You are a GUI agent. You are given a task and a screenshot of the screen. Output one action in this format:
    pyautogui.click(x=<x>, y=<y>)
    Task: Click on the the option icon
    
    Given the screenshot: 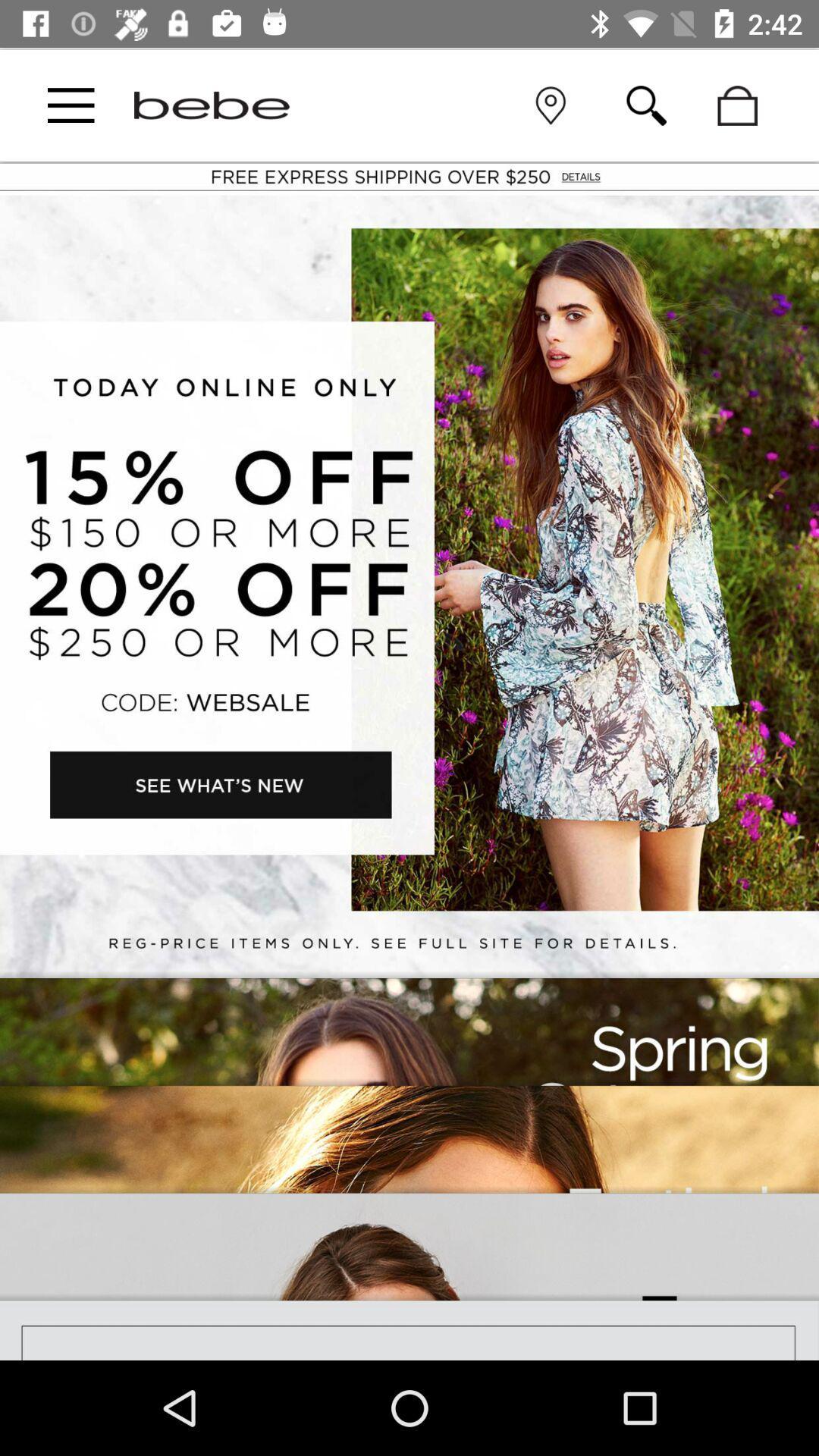 What is the action you would take?
    pyautogui.click(x=71, y=105)
    